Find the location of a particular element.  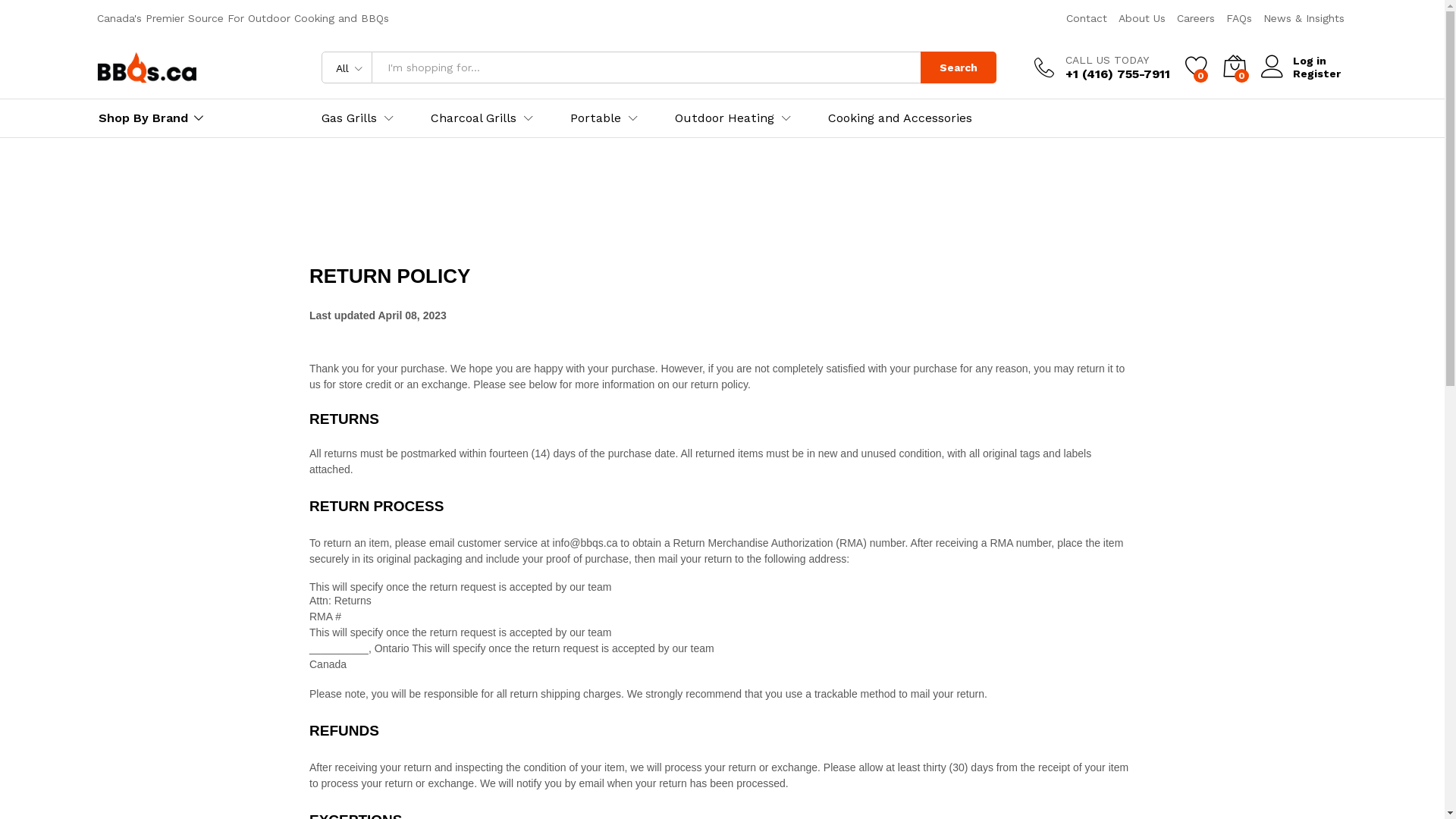

'CALL US TODAY is located at coordinates (1102, 66).